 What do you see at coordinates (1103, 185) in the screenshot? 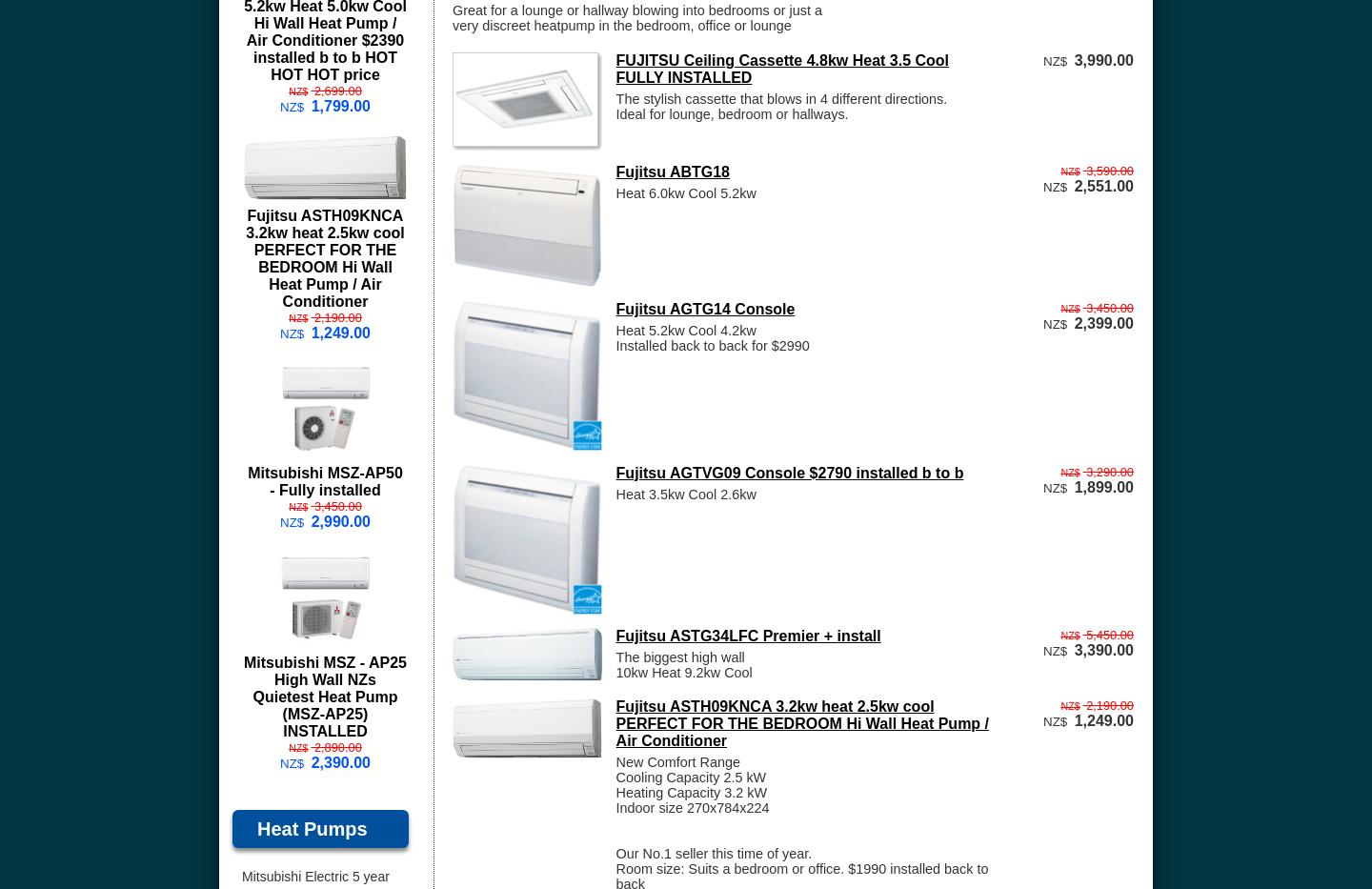
I see `'2,551.00'` at bounding box center [1103, 185].